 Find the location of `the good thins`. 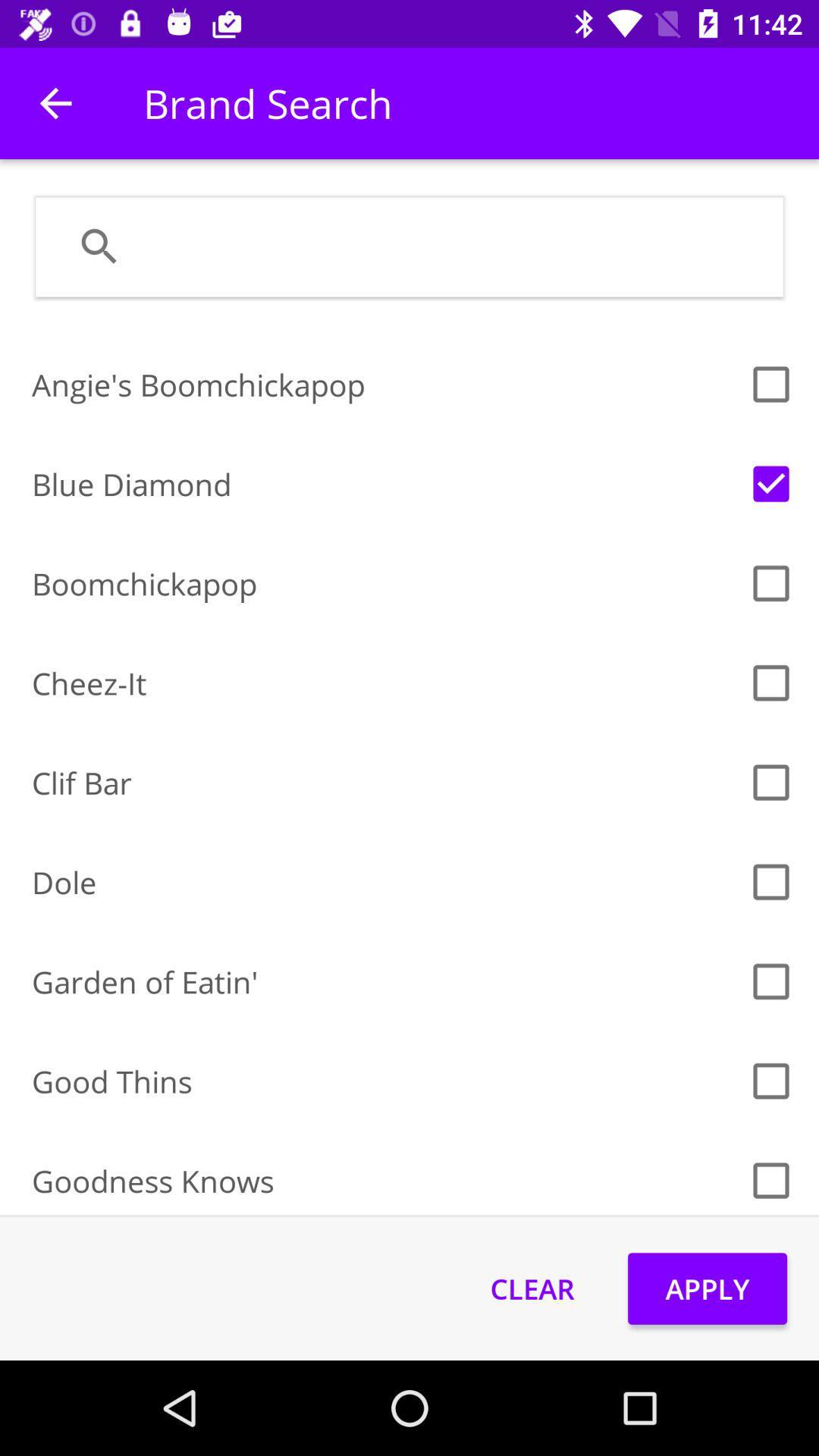

the good thins is located at coordinates (384, 1081).